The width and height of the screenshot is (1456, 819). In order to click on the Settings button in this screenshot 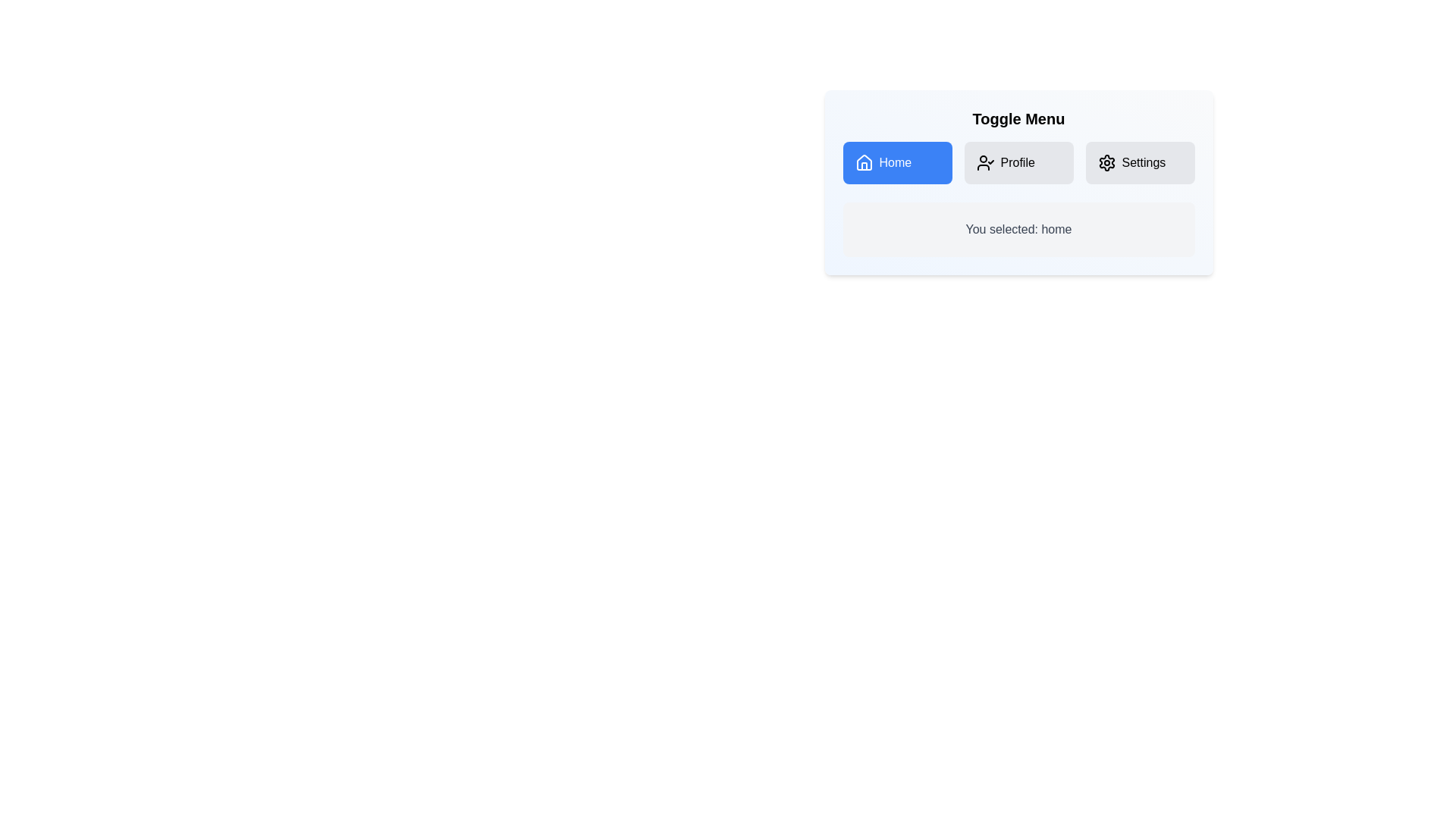, I will do `click(1140, 163)`.